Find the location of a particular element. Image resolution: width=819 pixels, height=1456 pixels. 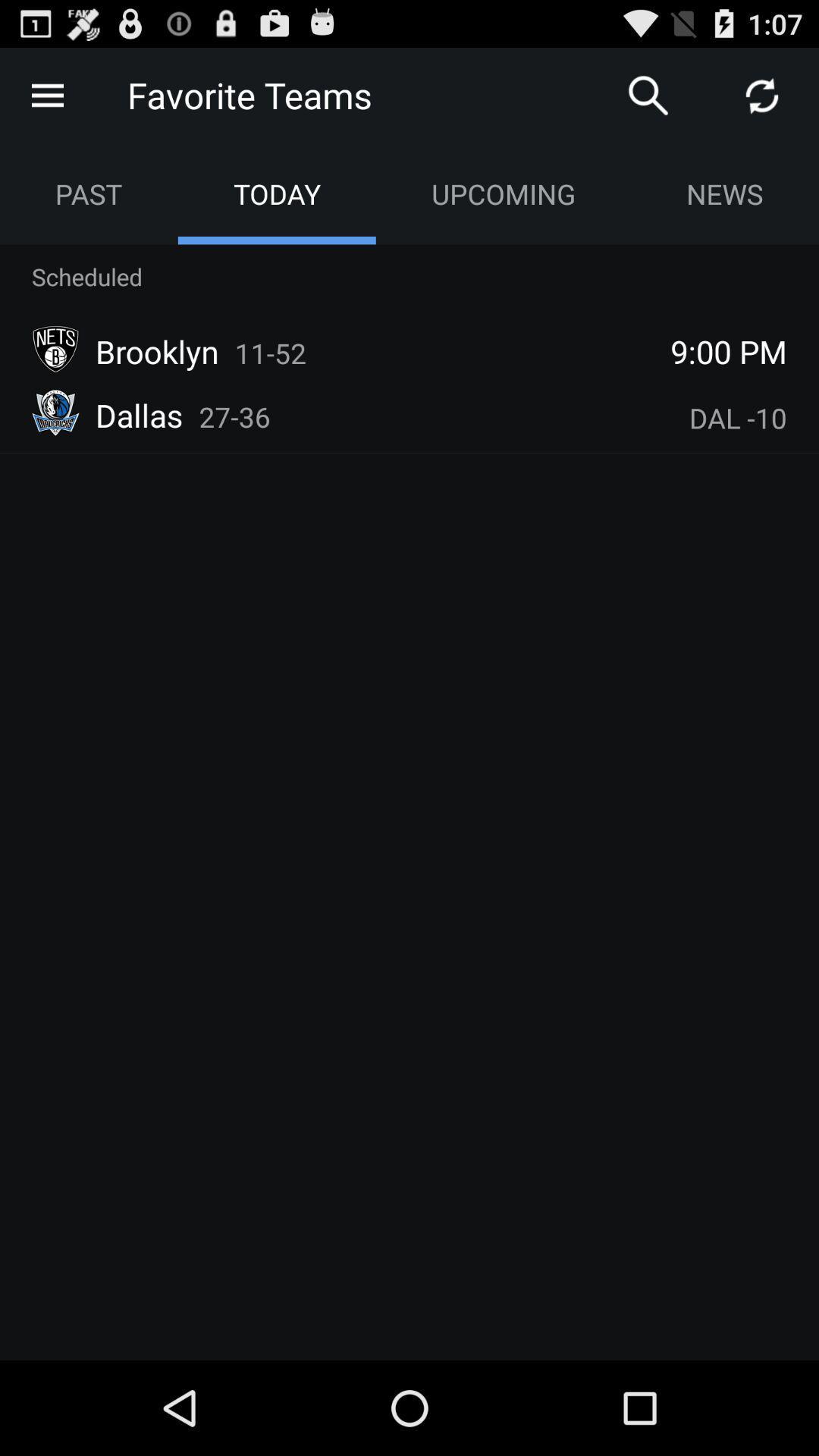

the search icon is located at coordinates (648, 101).